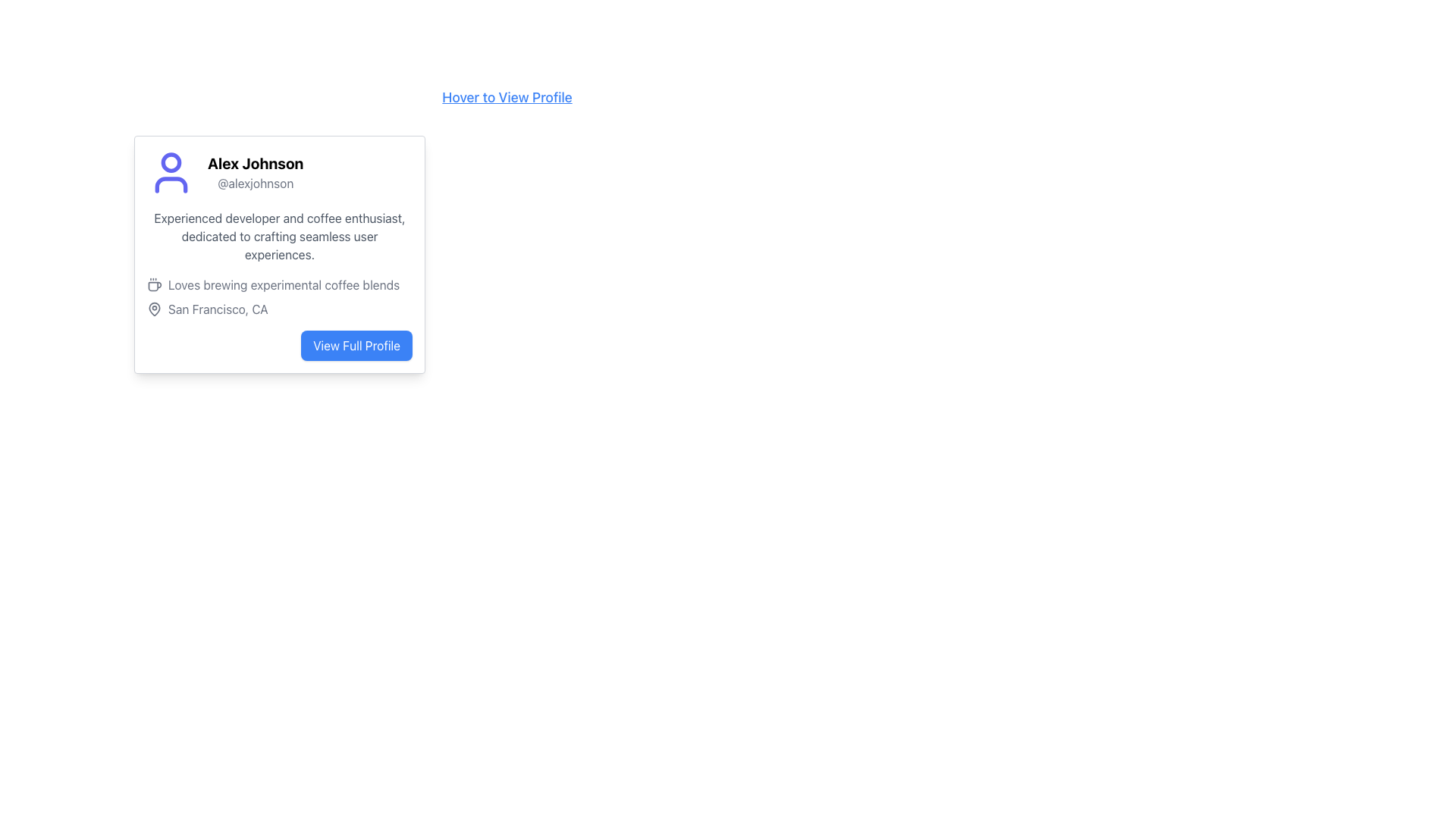 The height and width of the screenshot is (819, 1456). What do you see at coordinates (171, 162) in the screenshot?
I see `the SVG Circle Element with a purple border located in the top left corner of the user's profile card, which is part of the user avatar representation` at bounding box center [171, 162].